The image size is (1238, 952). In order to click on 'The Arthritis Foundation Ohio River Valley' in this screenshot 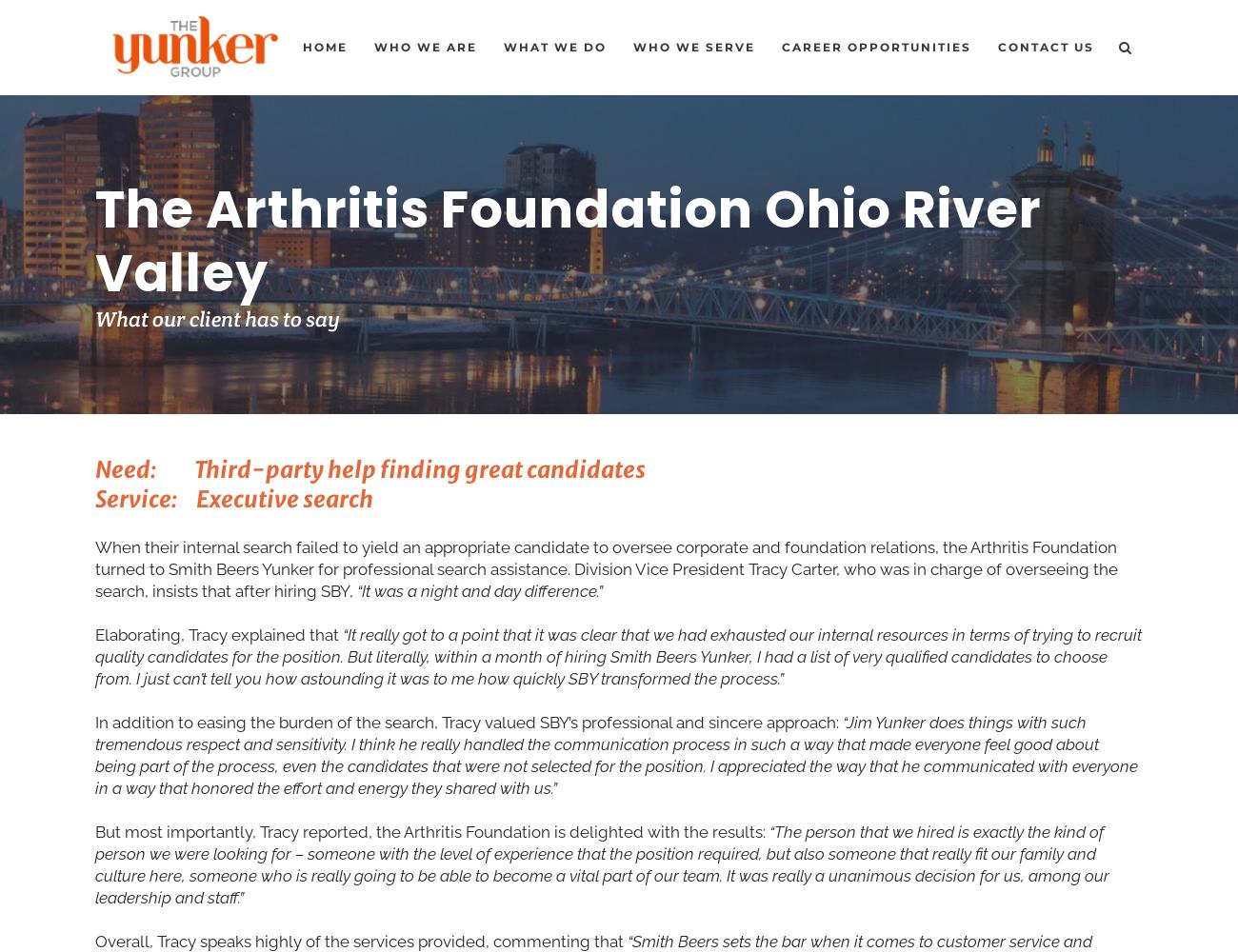, I will do `click(567, 241)`.